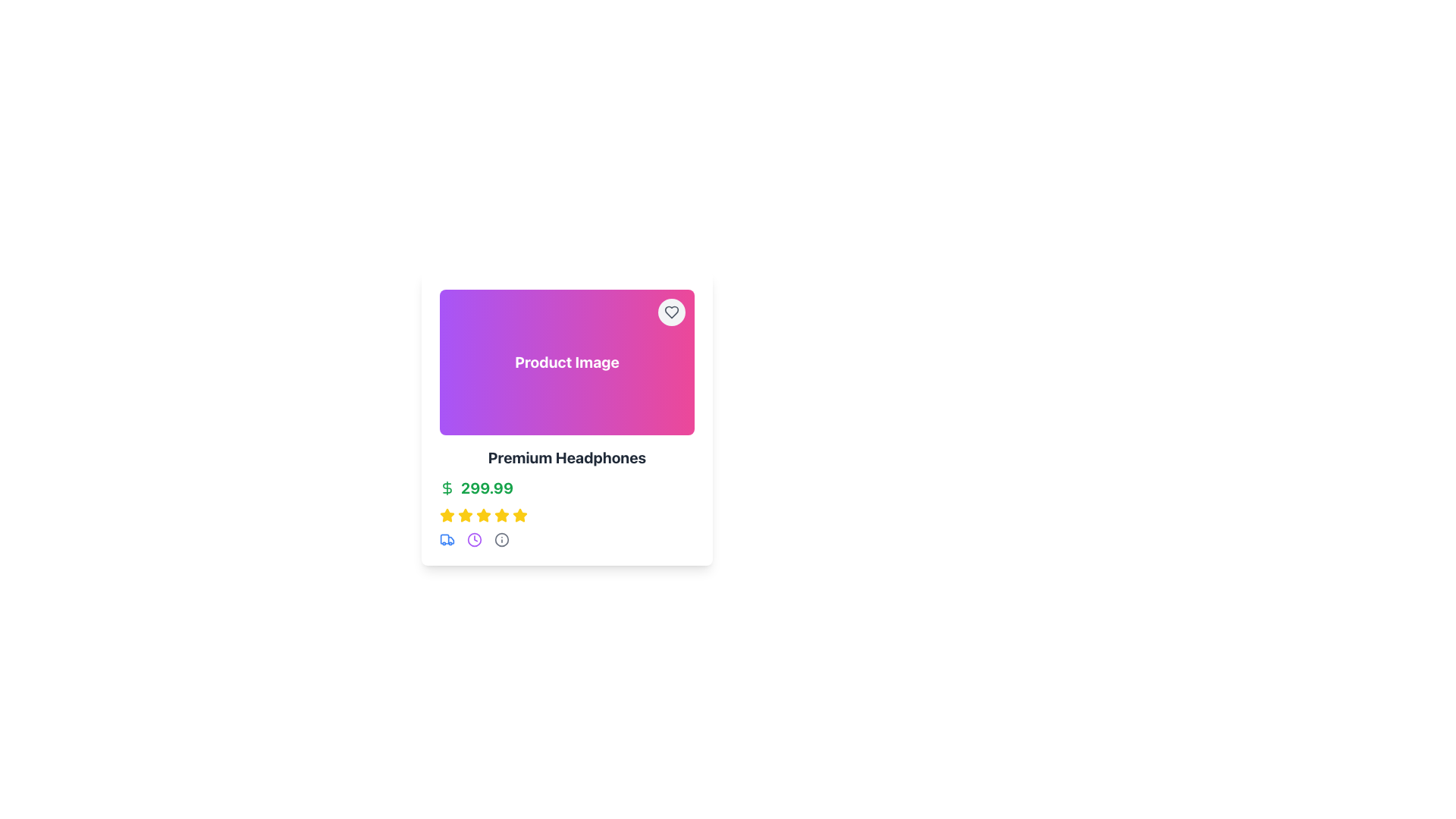 The height and width of the screenshot is (819, 1456). I want to click on the first star icon representing the rating value displayed under the product price, which also includes a tooltip label, so click(447, 514).